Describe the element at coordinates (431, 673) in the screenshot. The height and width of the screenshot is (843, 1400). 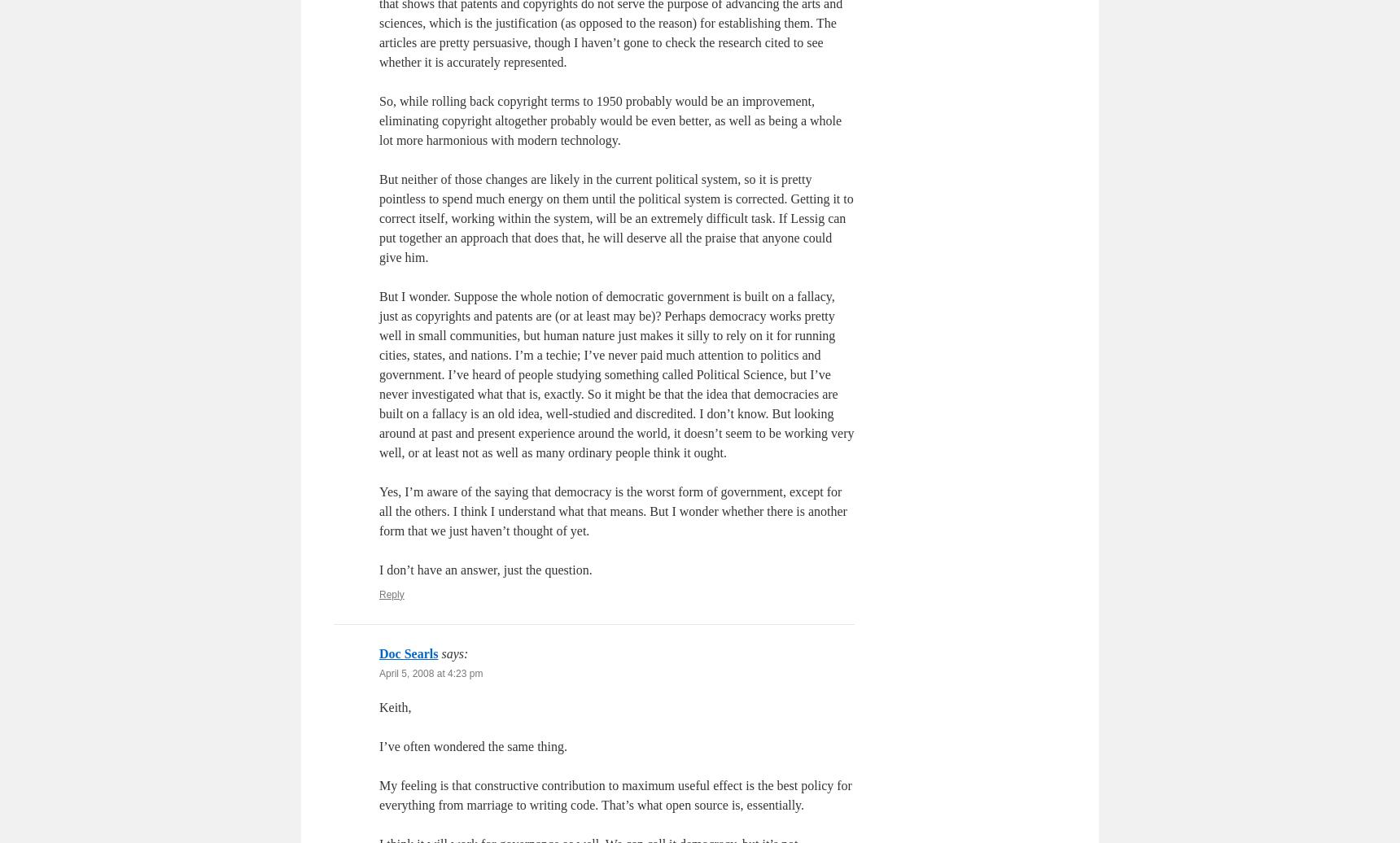
I see `'April 5, 2008 at 4:23 pm'` at that location.